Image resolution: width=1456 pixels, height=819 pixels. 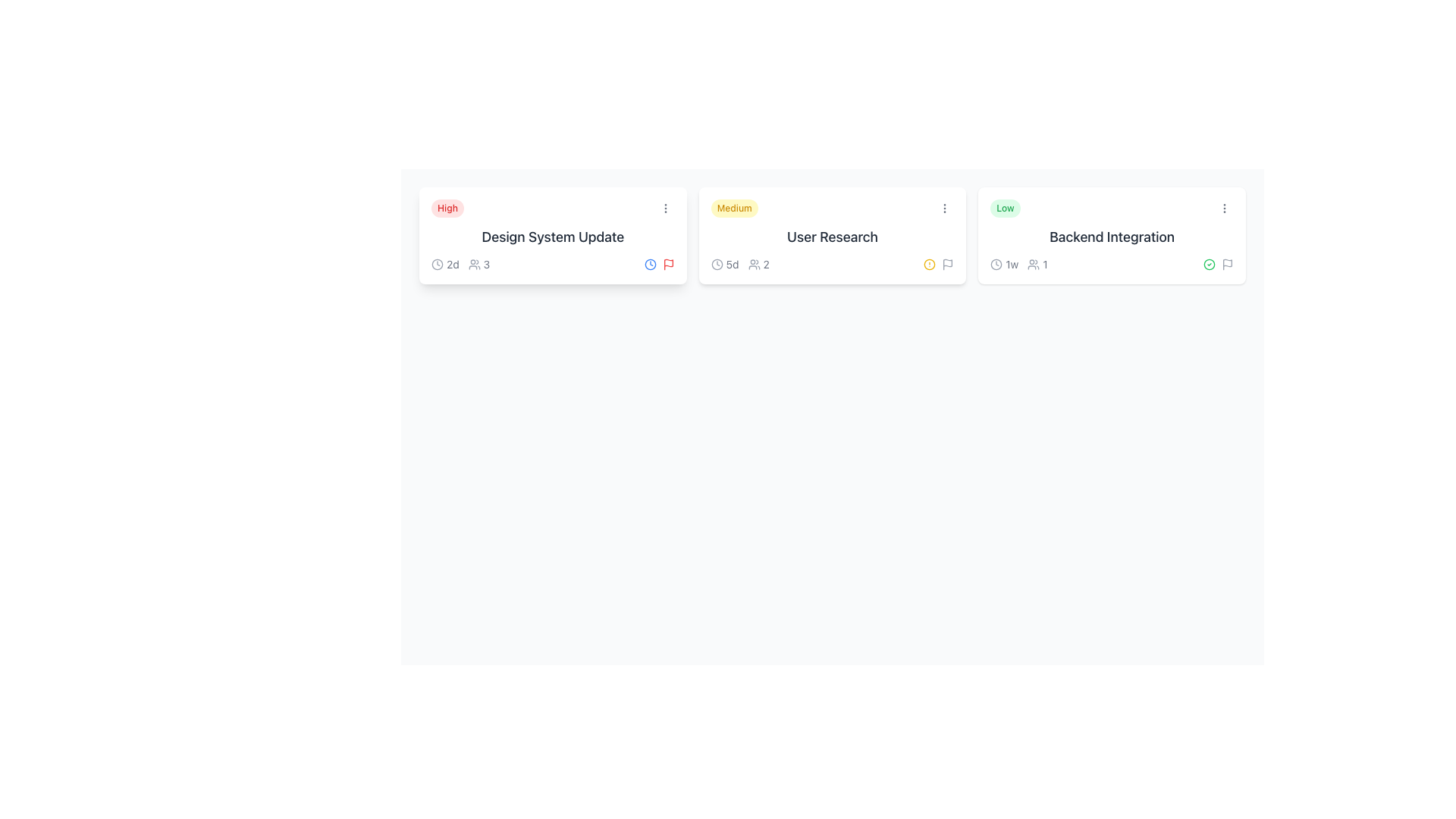 What do you see at coordinates (766, 263) in the screenshot?
I see `the numeral '2' element styled in small gray text located on the far right of the user icon within the User Research card` at bounding box center [766, 263].